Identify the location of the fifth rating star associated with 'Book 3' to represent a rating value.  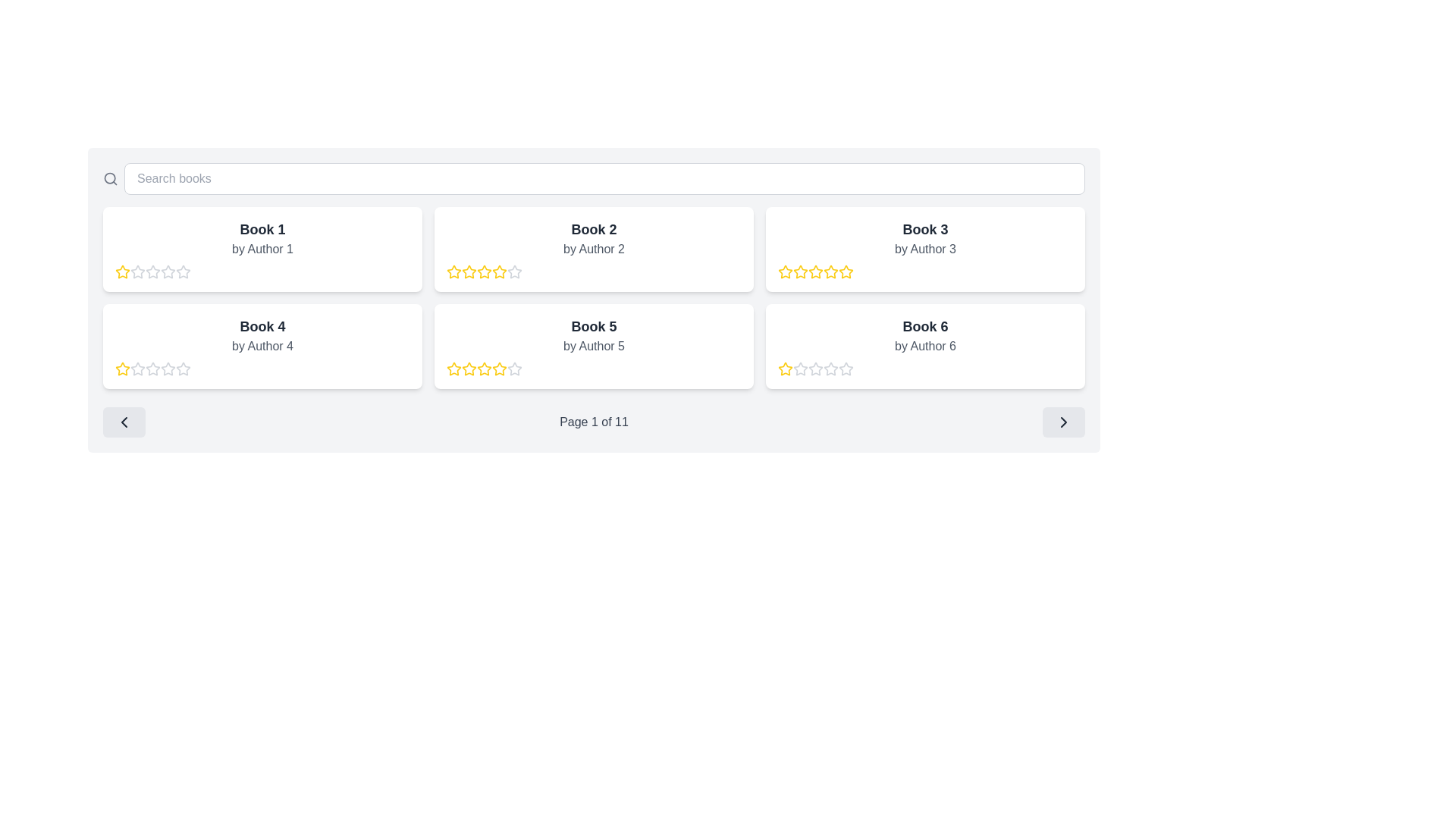
(846, 271).